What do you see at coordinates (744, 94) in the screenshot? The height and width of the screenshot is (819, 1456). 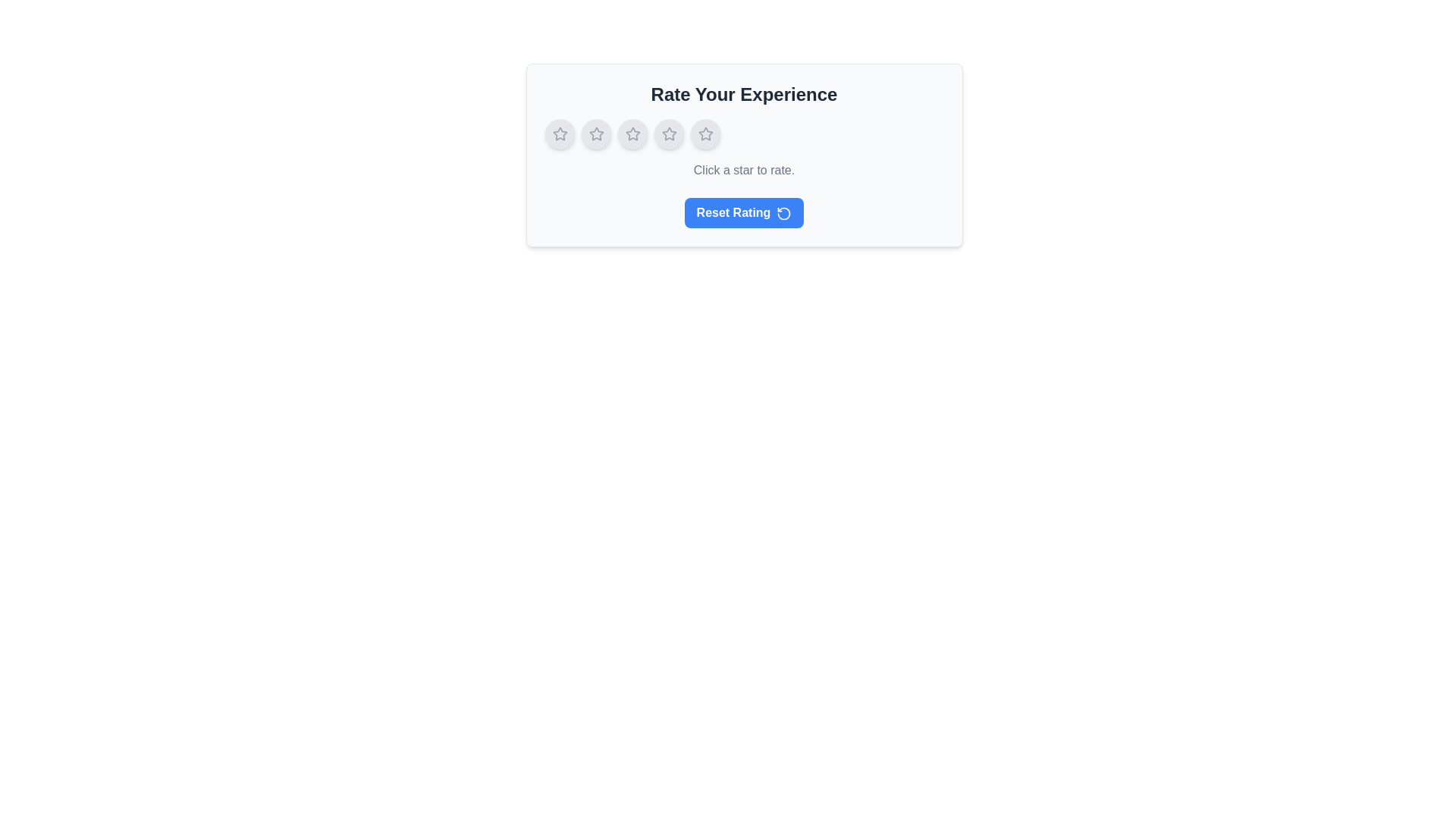 I see `the centrally positioned Text Header that prompts the user to rate their experience` at bounding box center [744, 94].